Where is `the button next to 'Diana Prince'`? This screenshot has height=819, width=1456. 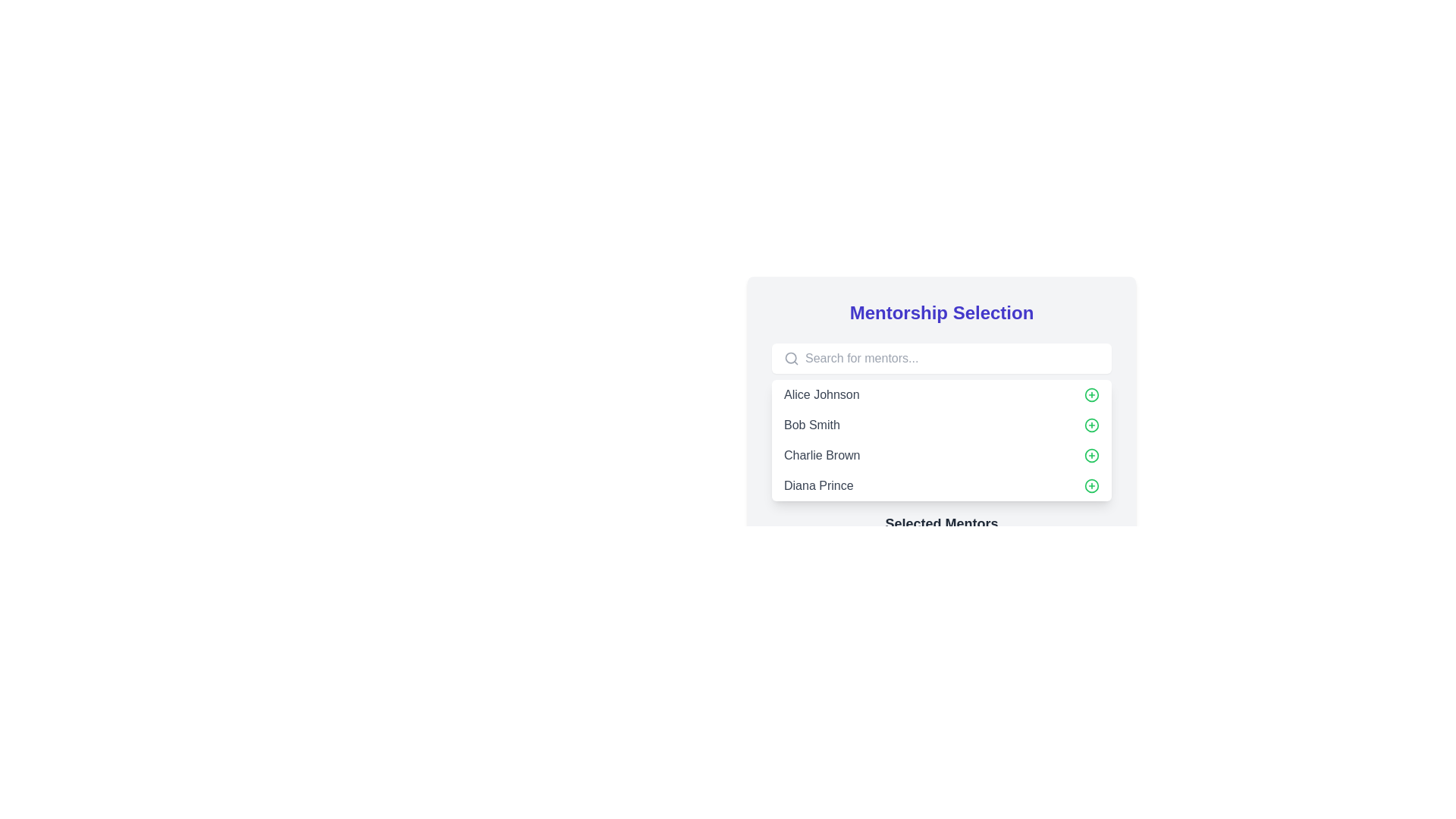 the button next to 'Diana Prince' is located at coordinates (1092, 425).